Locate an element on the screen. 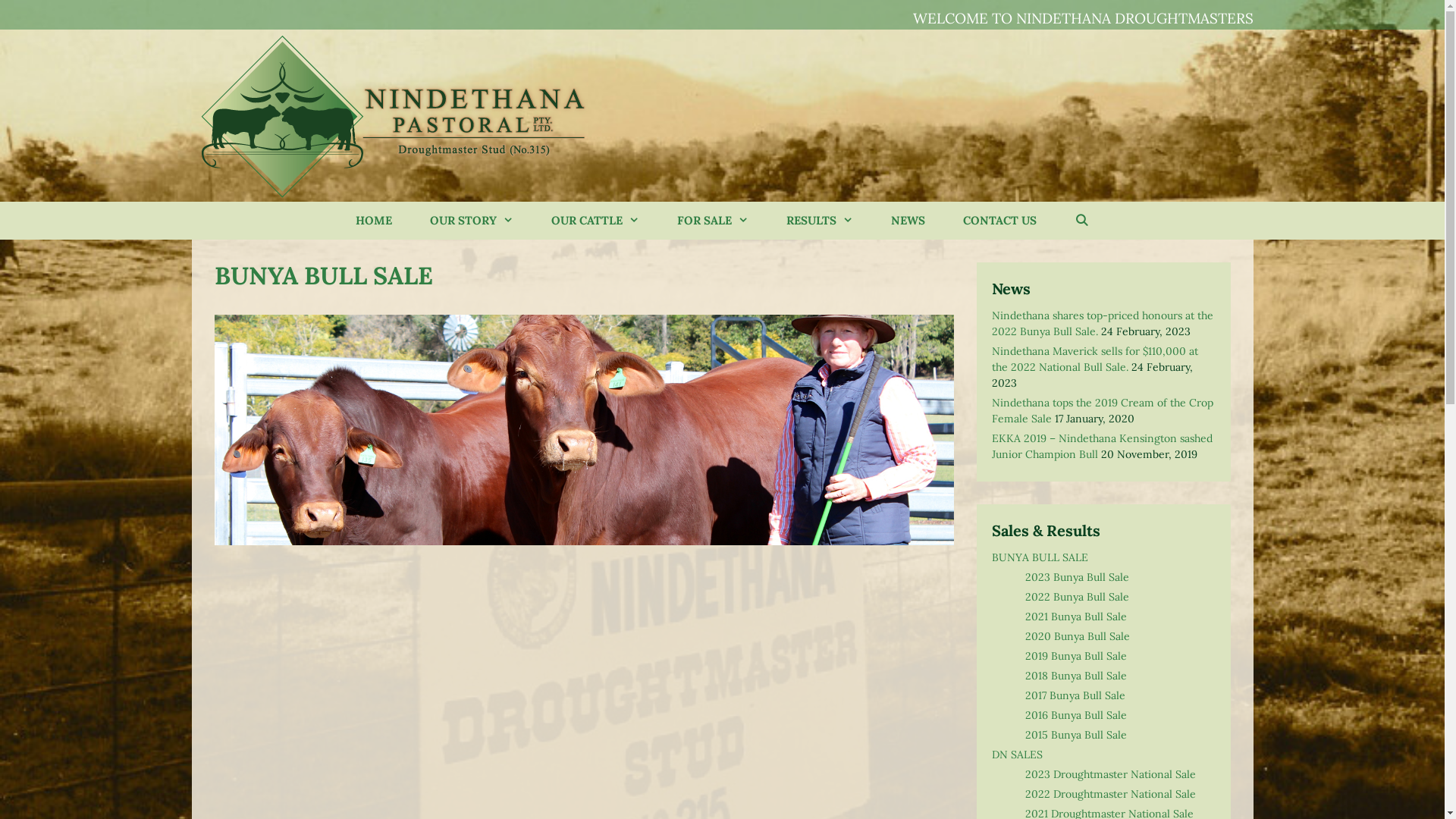 This screenshot has width=1456, height=819. 'RESULTS' is located at coordinates (818, 220).